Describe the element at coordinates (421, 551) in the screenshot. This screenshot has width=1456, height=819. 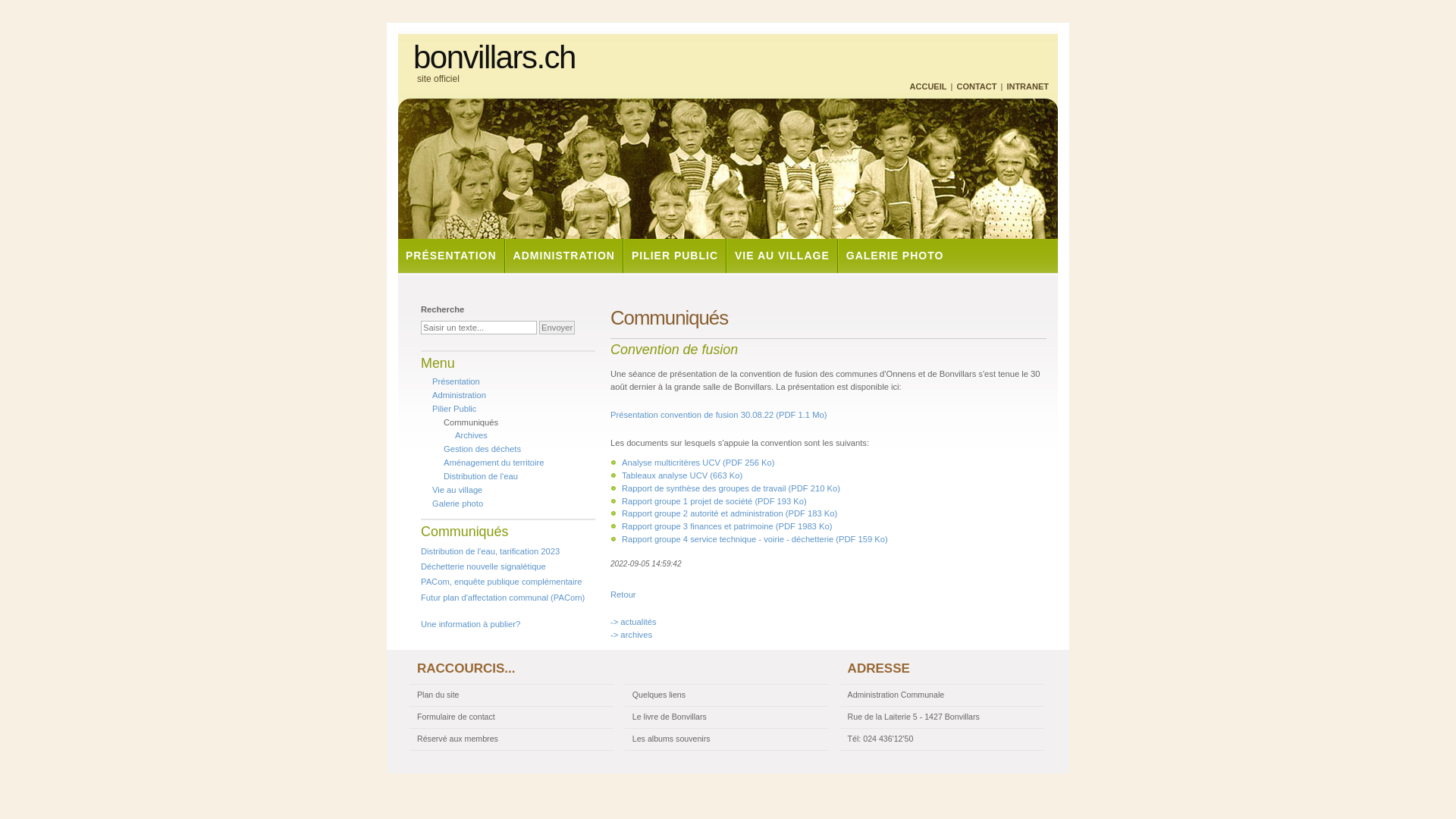
I see `'Distribution de l'eau, tarification 2023'` at that location.